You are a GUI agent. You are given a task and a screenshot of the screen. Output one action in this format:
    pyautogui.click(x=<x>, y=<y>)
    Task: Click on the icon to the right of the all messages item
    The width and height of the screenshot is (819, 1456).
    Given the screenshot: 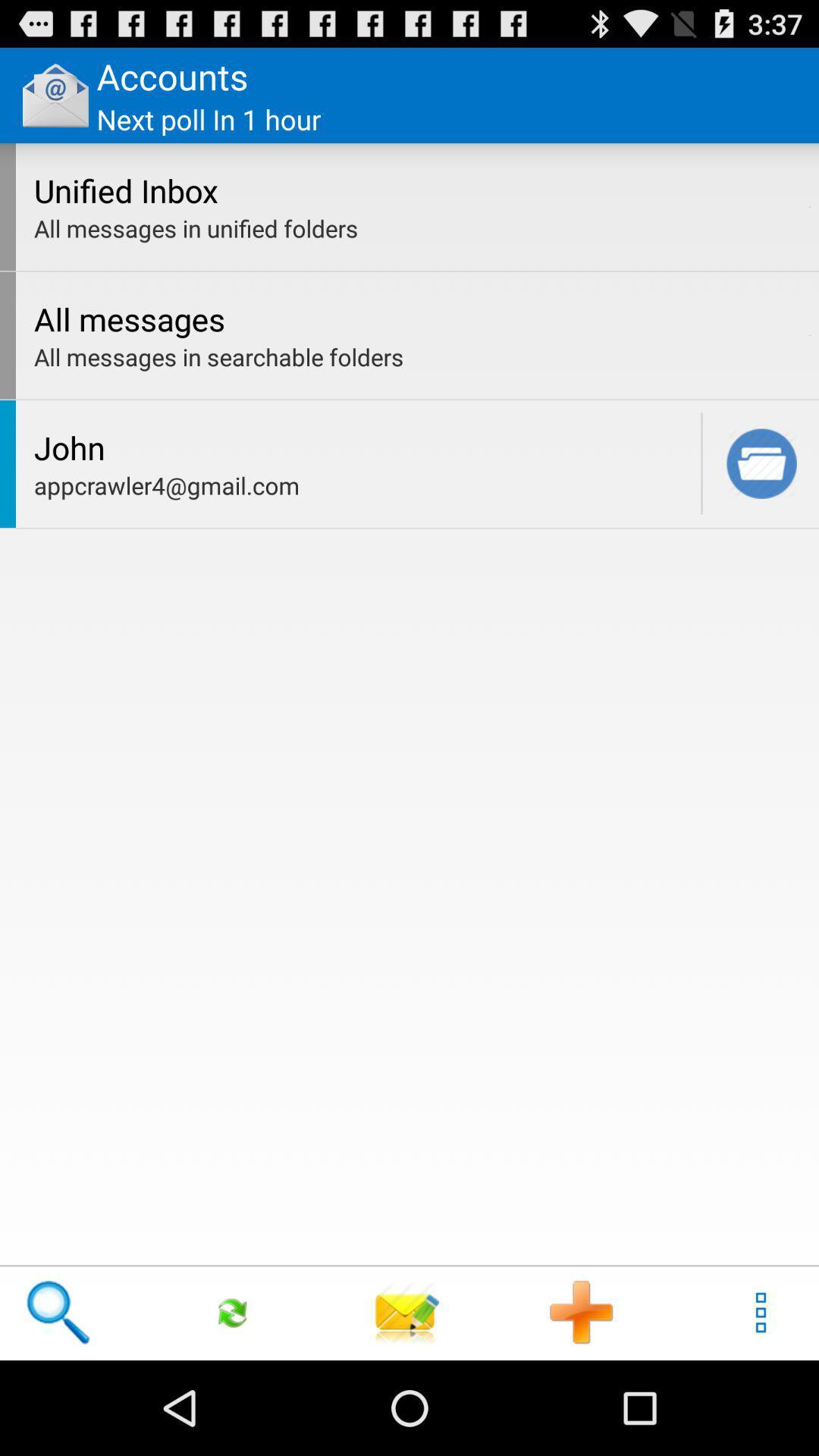 What is the action you would take?
    pyautogui.click(x=809, y=334)
    